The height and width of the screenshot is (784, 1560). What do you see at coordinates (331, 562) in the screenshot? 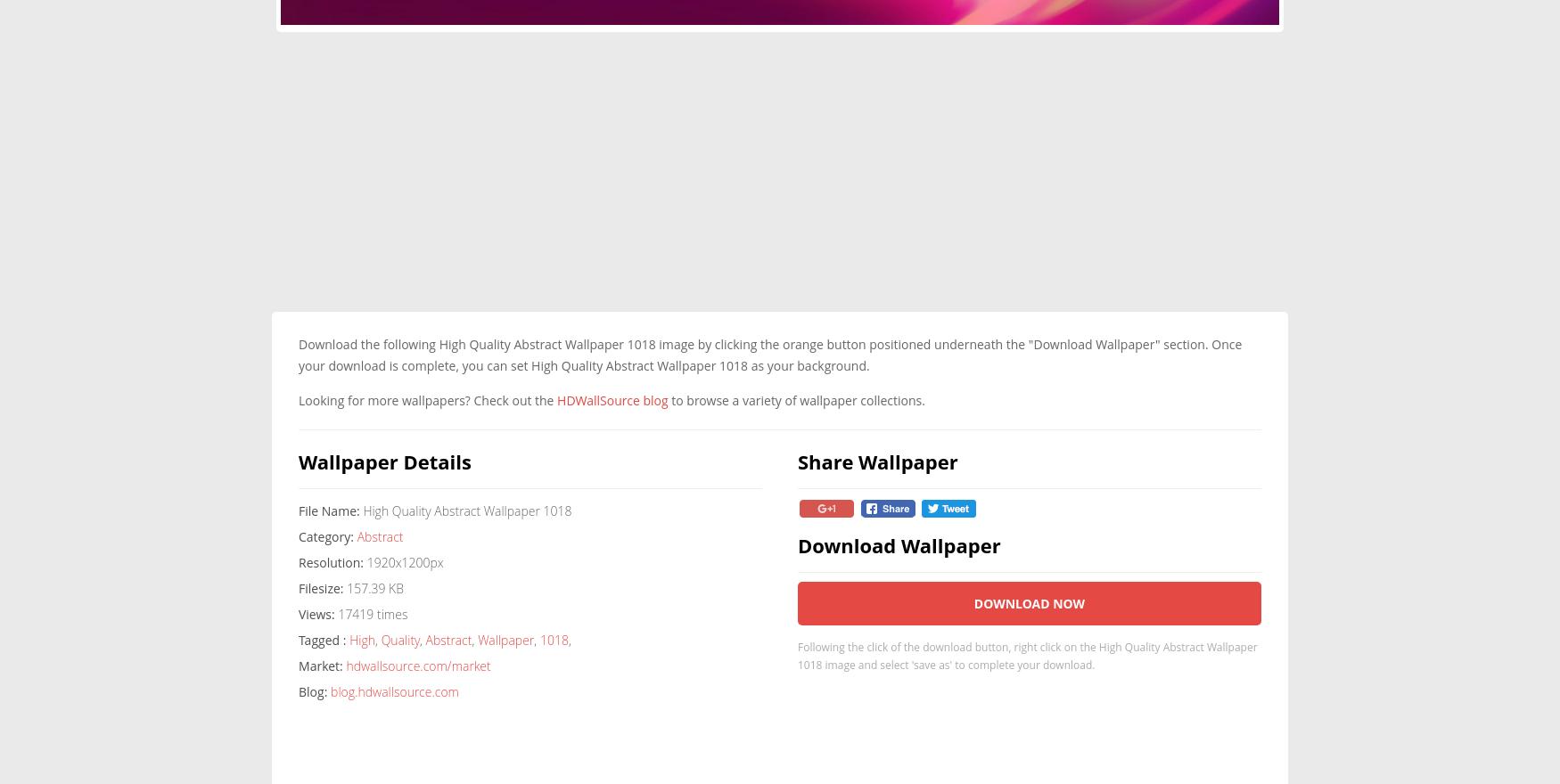
I see `'Resolution:'` at bounding box center [331, 562].